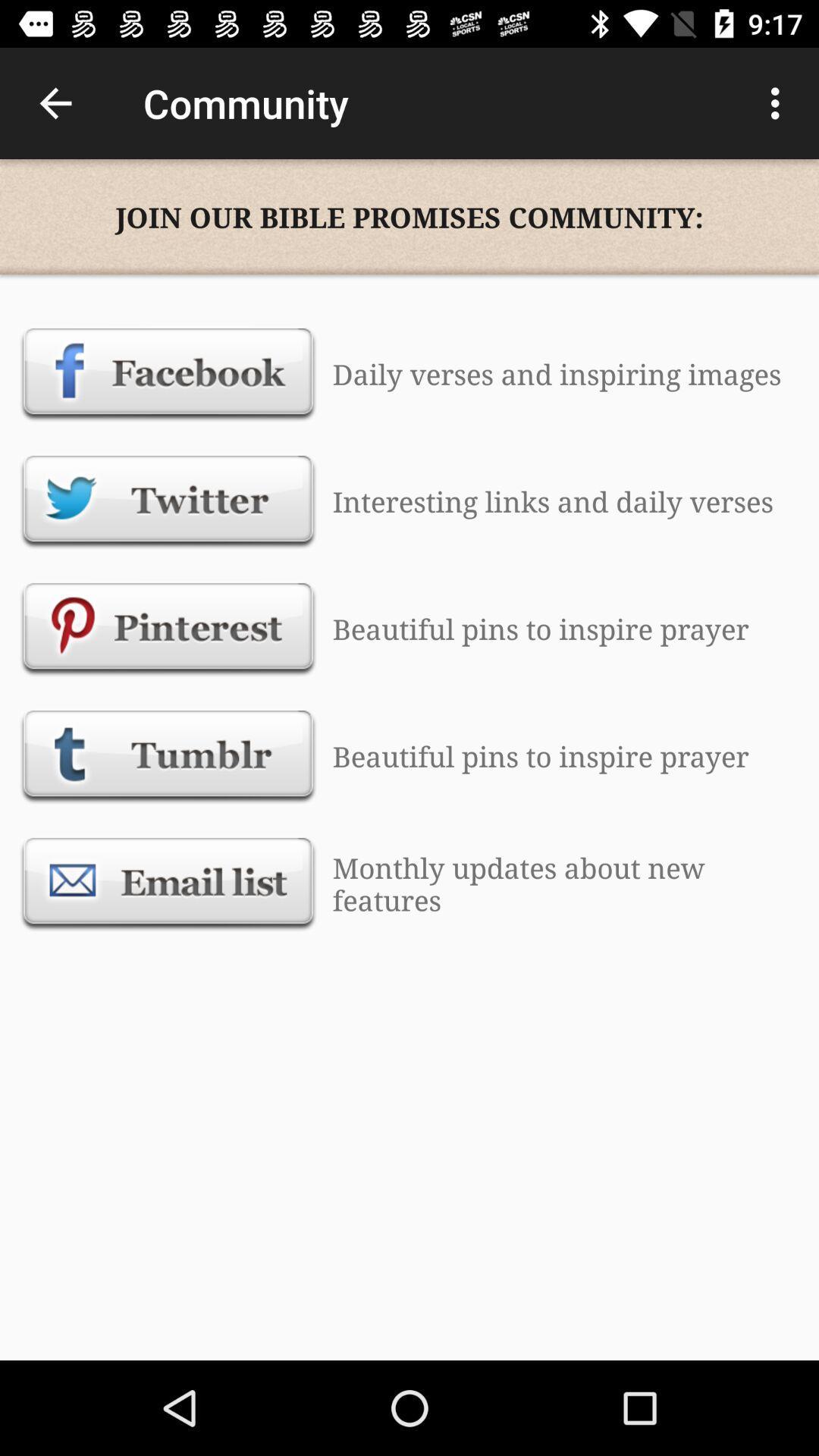  What do you see at coordinates (779, 103) in the screenshot?
I see `menu` at bounding box center [779, 103].